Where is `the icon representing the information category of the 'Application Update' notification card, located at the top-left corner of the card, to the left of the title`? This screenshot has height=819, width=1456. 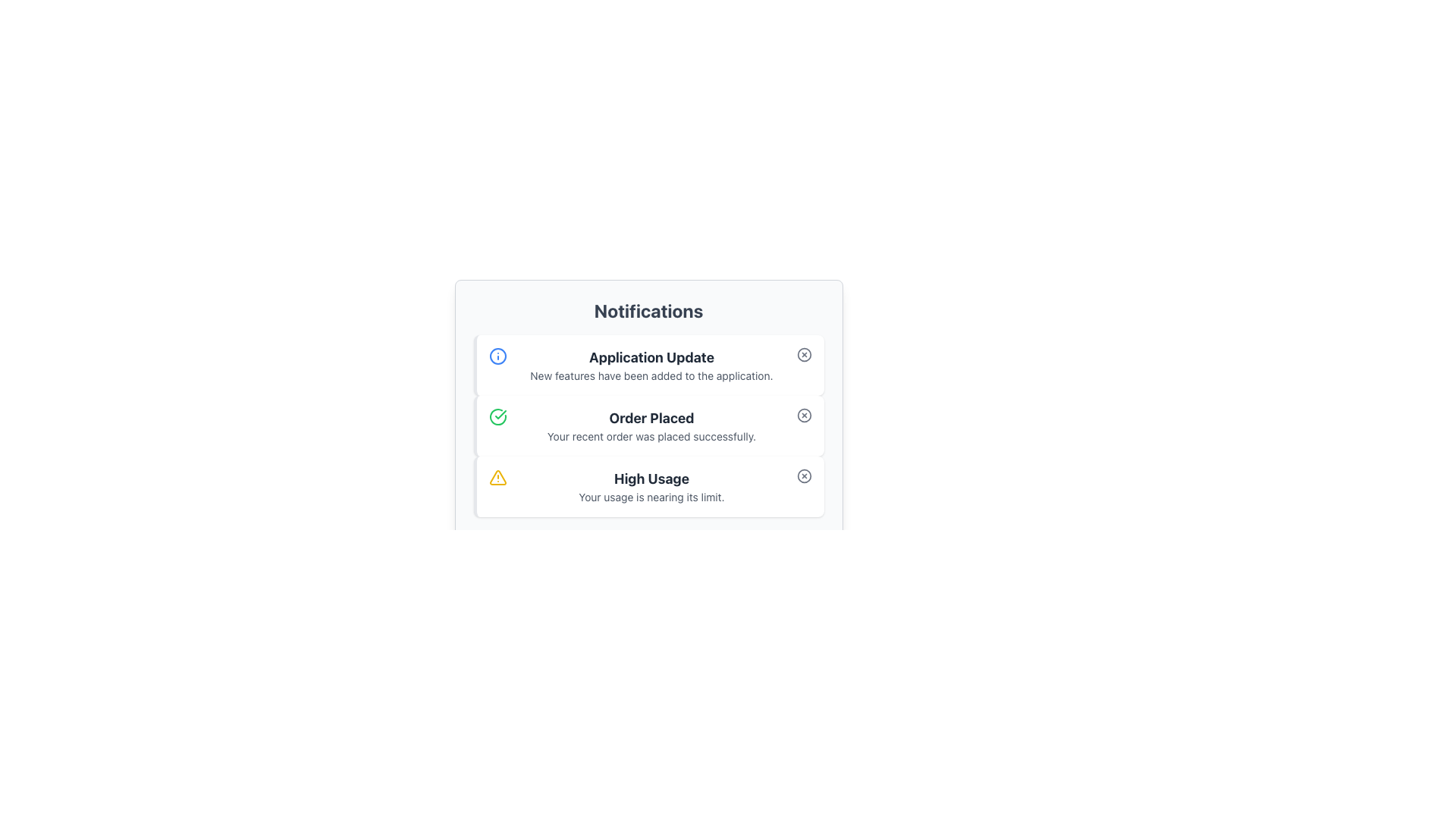
the icon representing the information category of the 'Application Update' notification card, located at the top-left corner of the card, to the left of the title is located at coordinates (497, 356).